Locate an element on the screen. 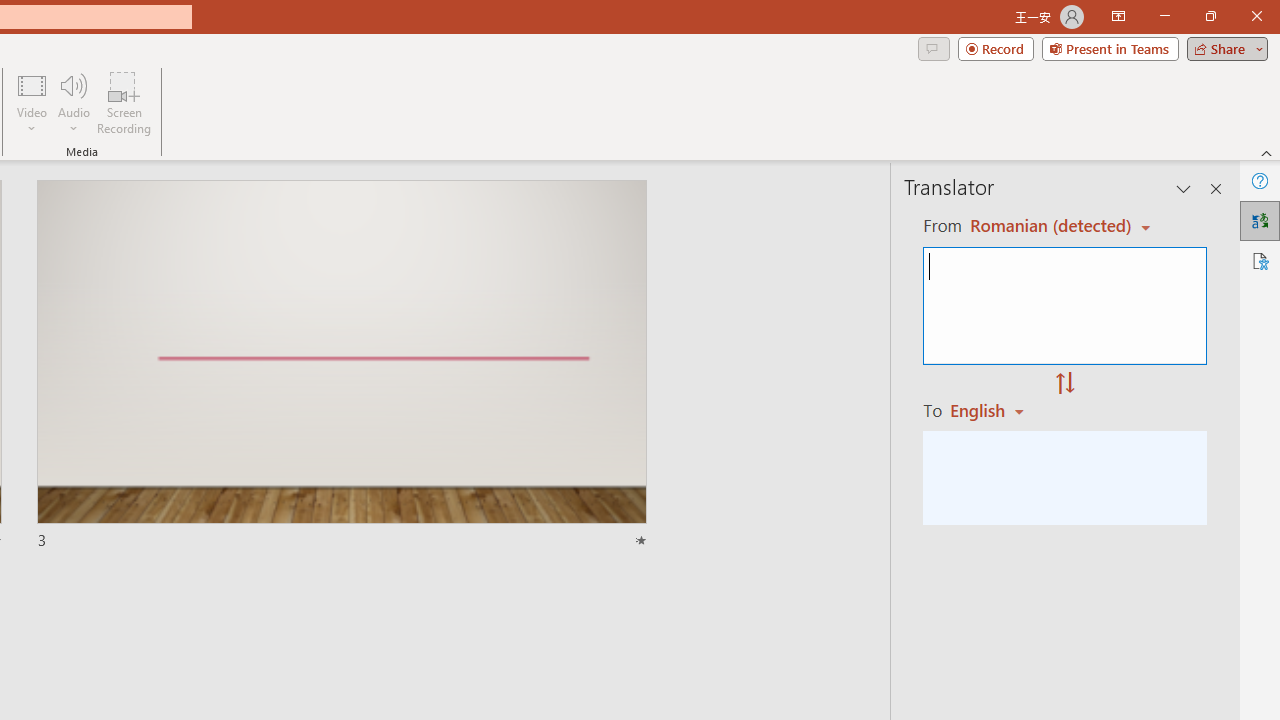 The width and height of the screenshot is (1280, 720). 'Swap "from" and "to" languages.' is located at coordinates (1064, 384).